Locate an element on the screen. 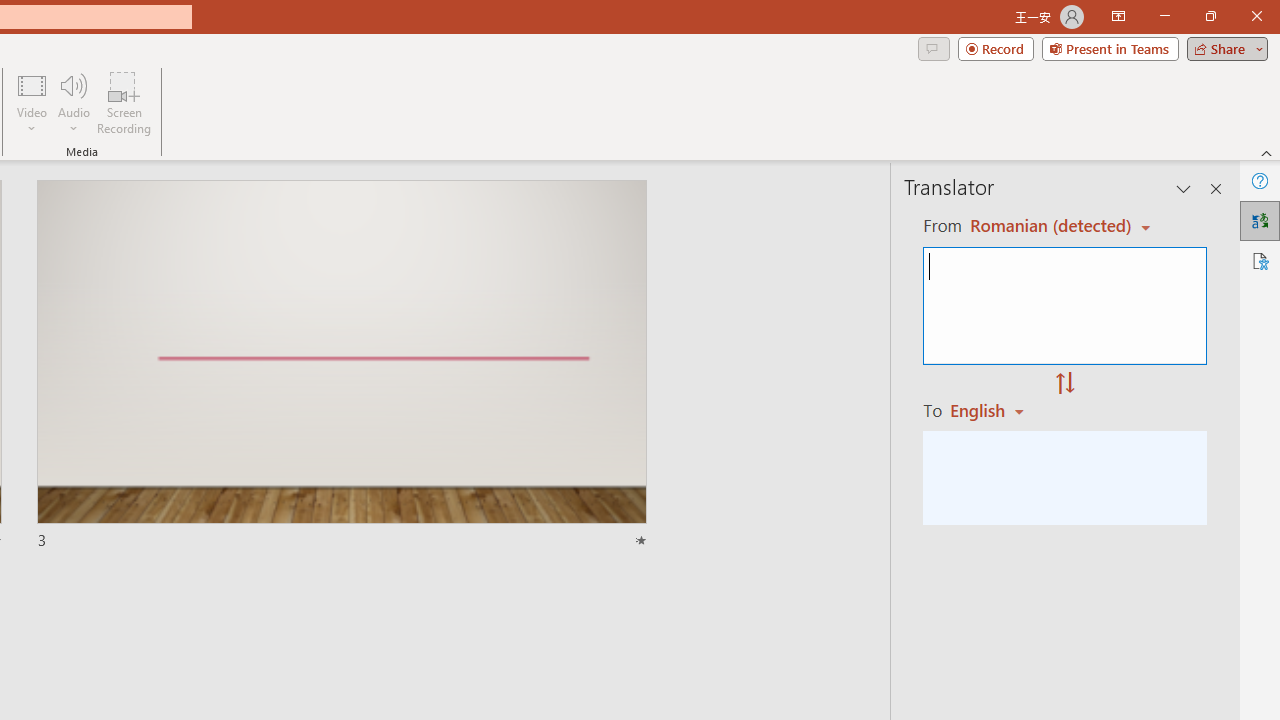 The width and height of the screenshot is (1280, 720). 'Swap "from" and "to" languages.' is located at coordinates (1064, 384).